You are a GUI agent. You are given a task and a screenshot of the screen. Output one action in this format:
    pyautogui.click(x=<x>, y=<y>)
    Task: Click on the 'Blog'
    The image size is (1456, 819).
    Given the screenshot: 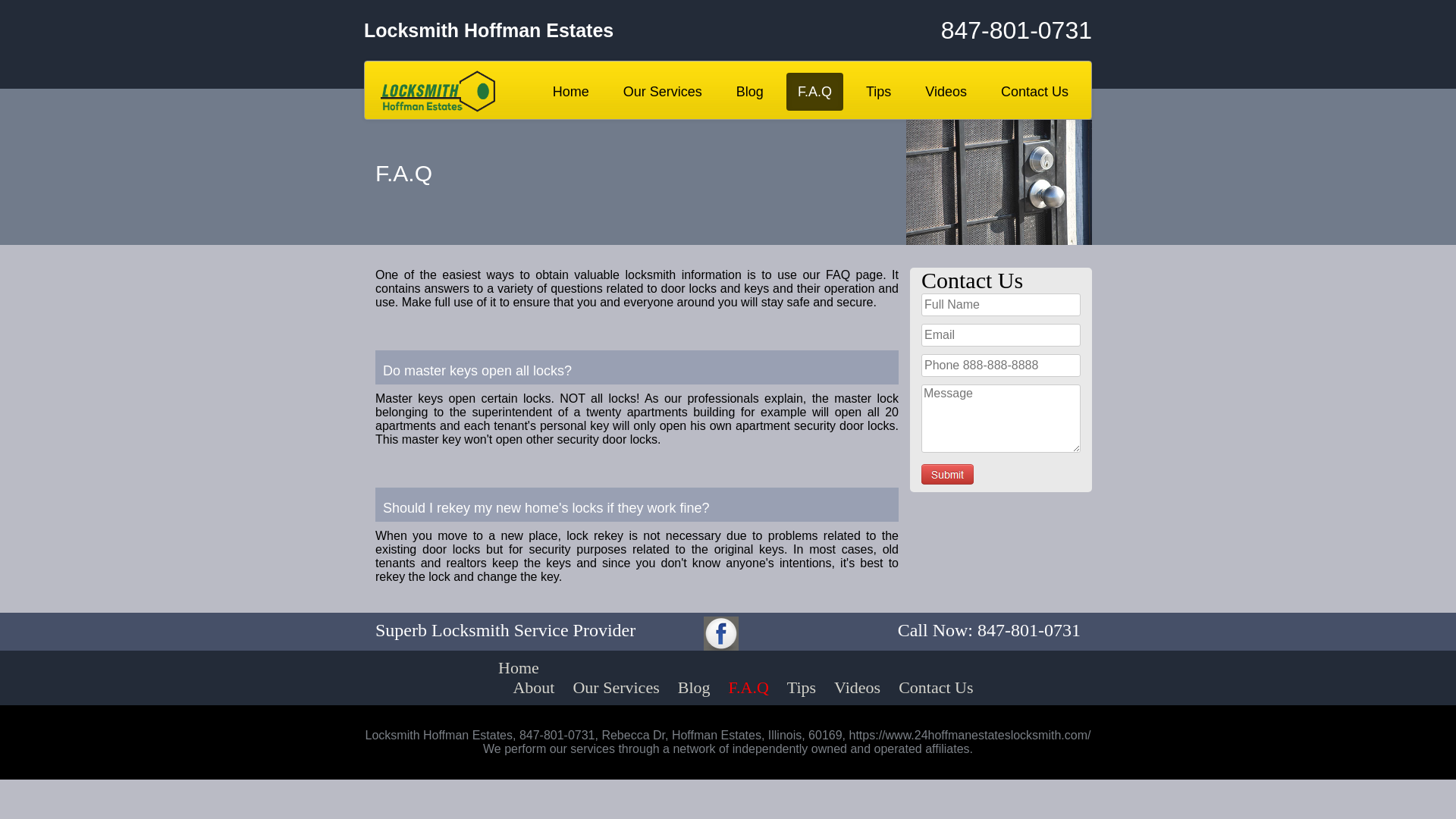 What is the action you would take?
    pyautogui.click(x=693, y=687)
    